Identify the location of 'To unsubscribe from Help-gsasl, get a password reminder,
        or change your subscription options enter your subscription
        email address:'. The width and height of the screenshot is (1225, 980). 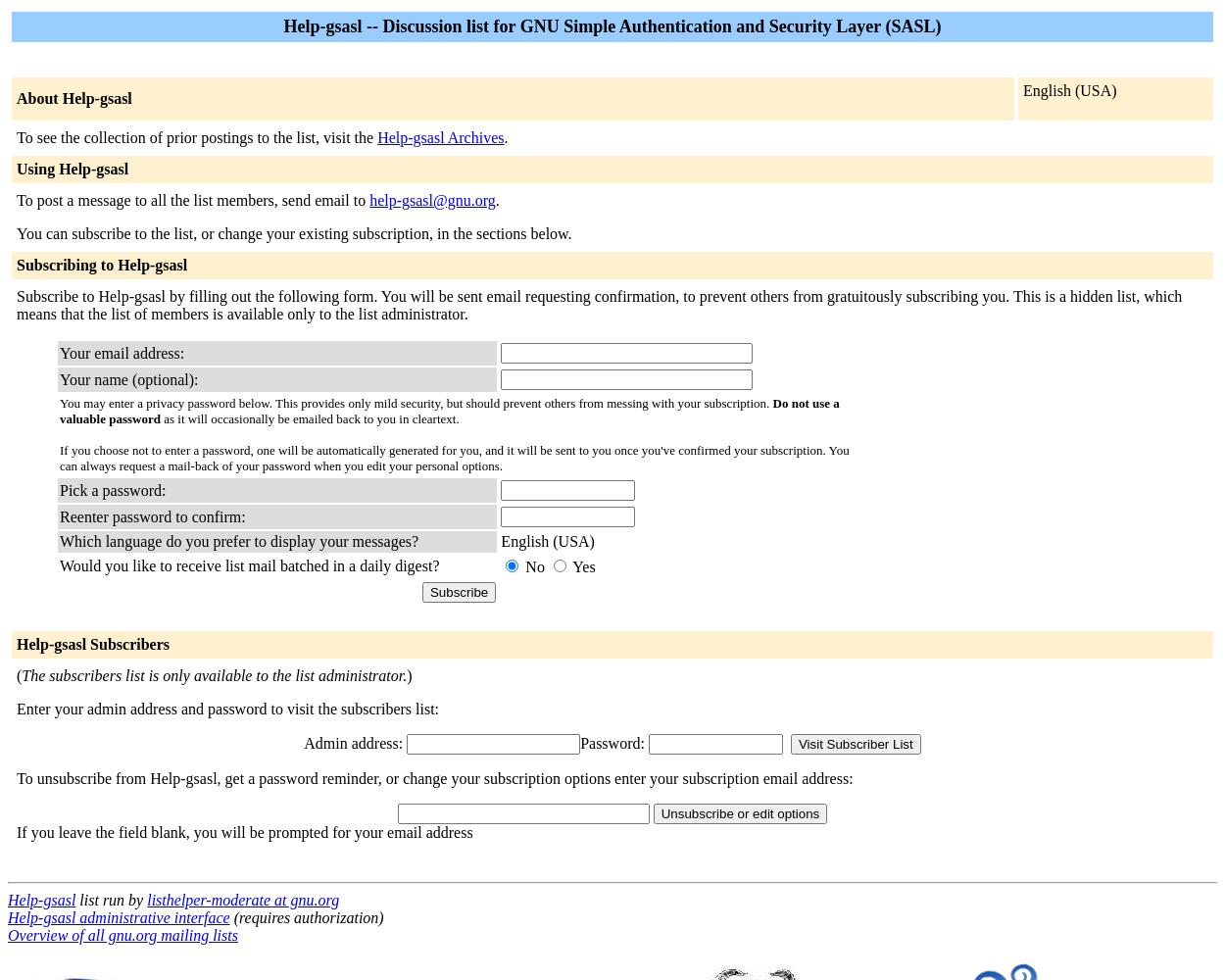
(433, 778).